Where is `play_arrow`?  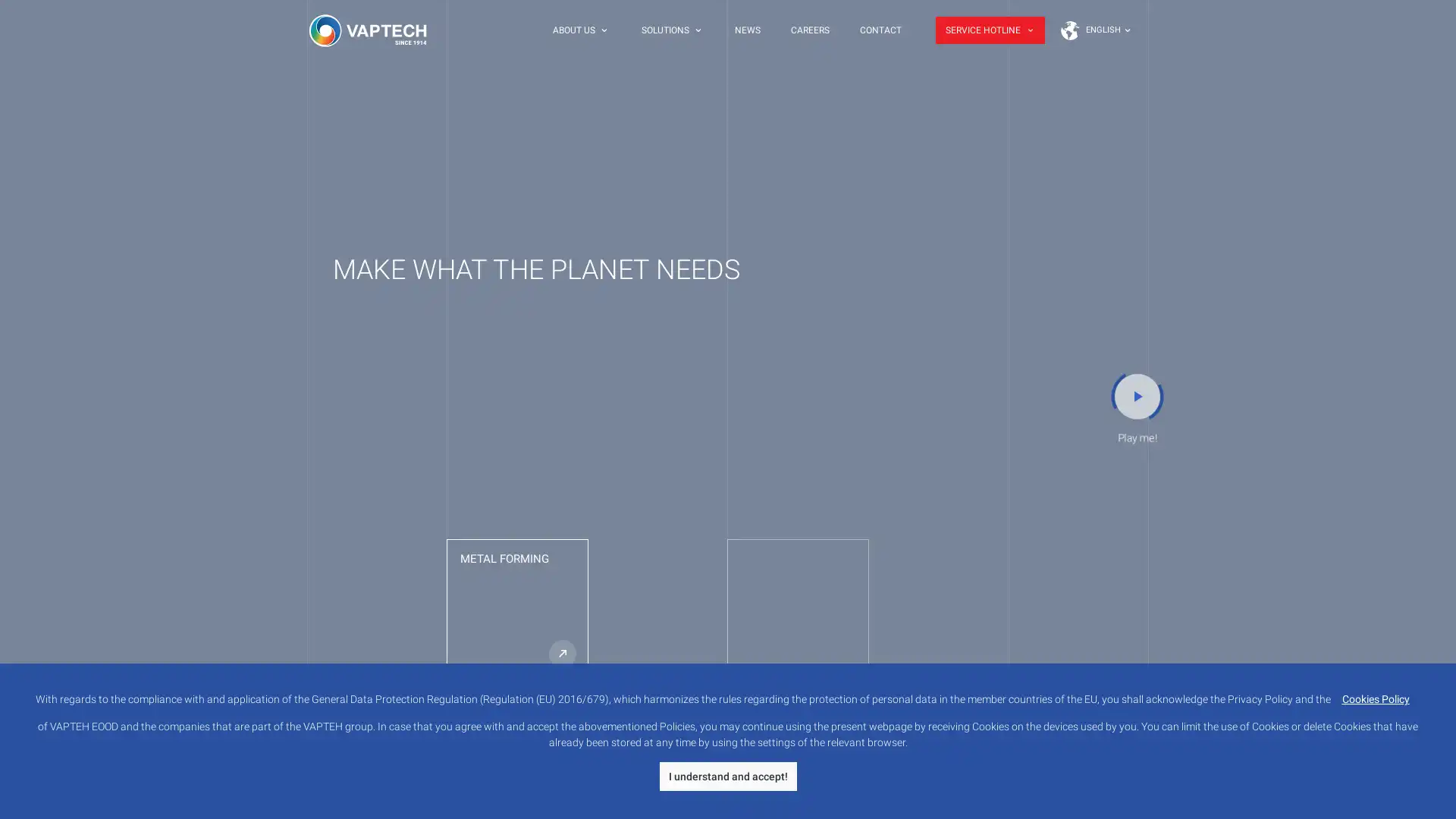 play_arrow is located at coordinates (1137, 394).